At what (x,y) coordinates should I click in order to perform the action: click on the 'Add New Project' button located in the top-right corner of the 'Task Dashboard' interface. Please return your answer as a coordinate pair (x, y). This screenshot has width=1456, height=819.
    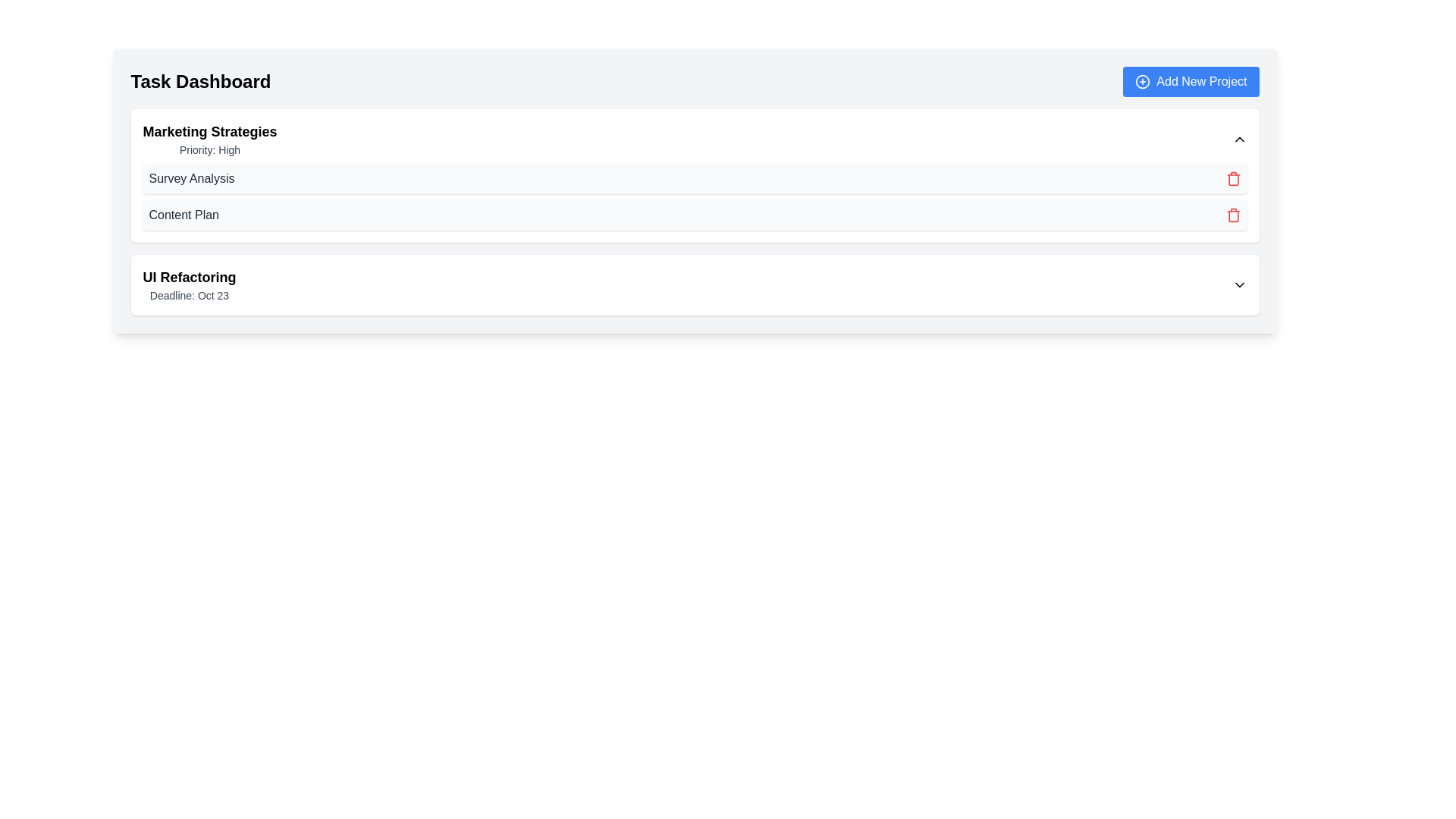
    Looking at the image, I should click on (1190, 82).